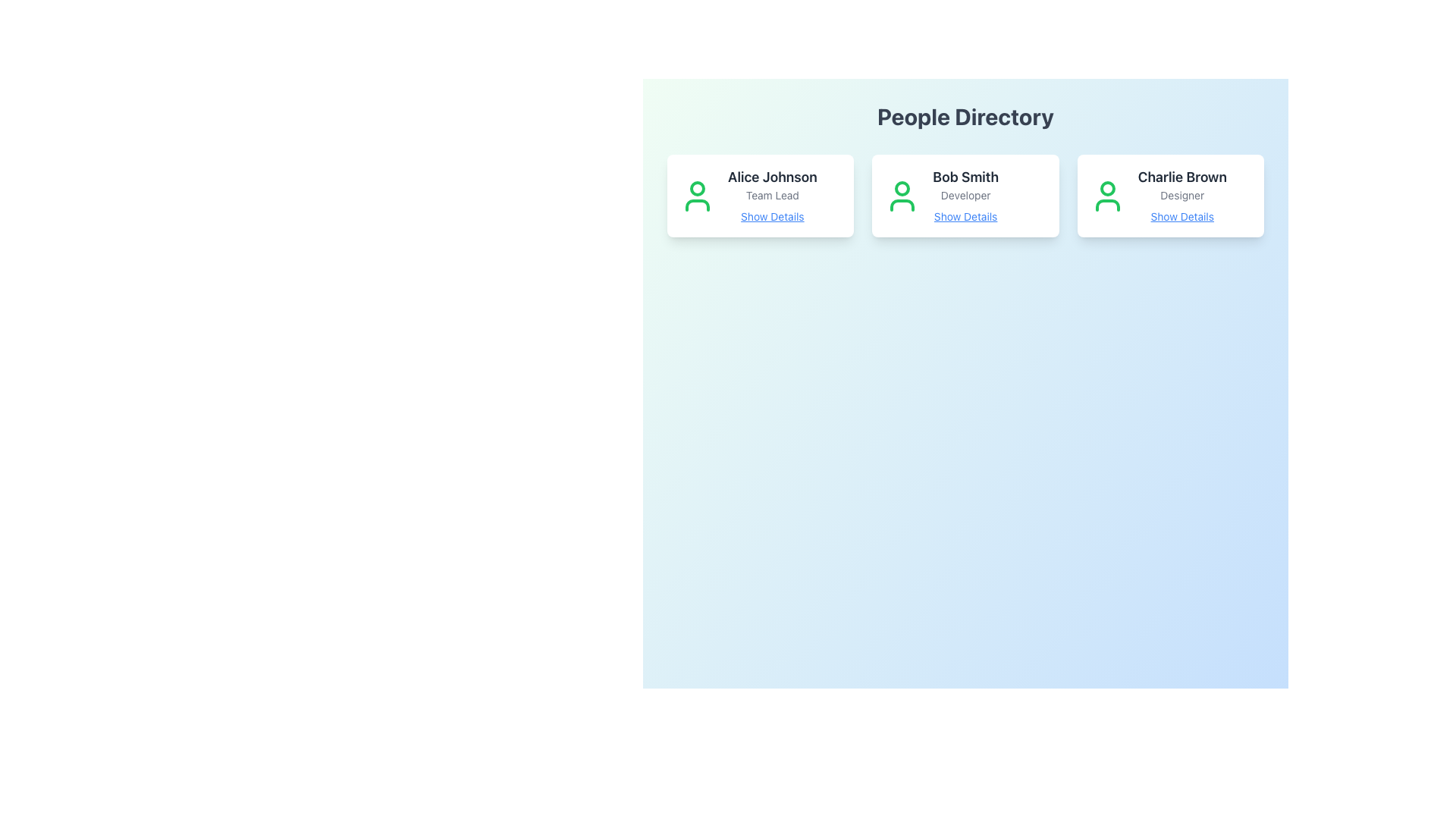 This screenshot has width=1456, height=819. What do you see at coordinates (965, 195) in the screenshot?
I see `text label providing additional information about 'Bob Smith', specifying their role as 'Developer', located below 'Bob Smith' in the central card of the 'People Directory'` at bounding box center [965, 195].